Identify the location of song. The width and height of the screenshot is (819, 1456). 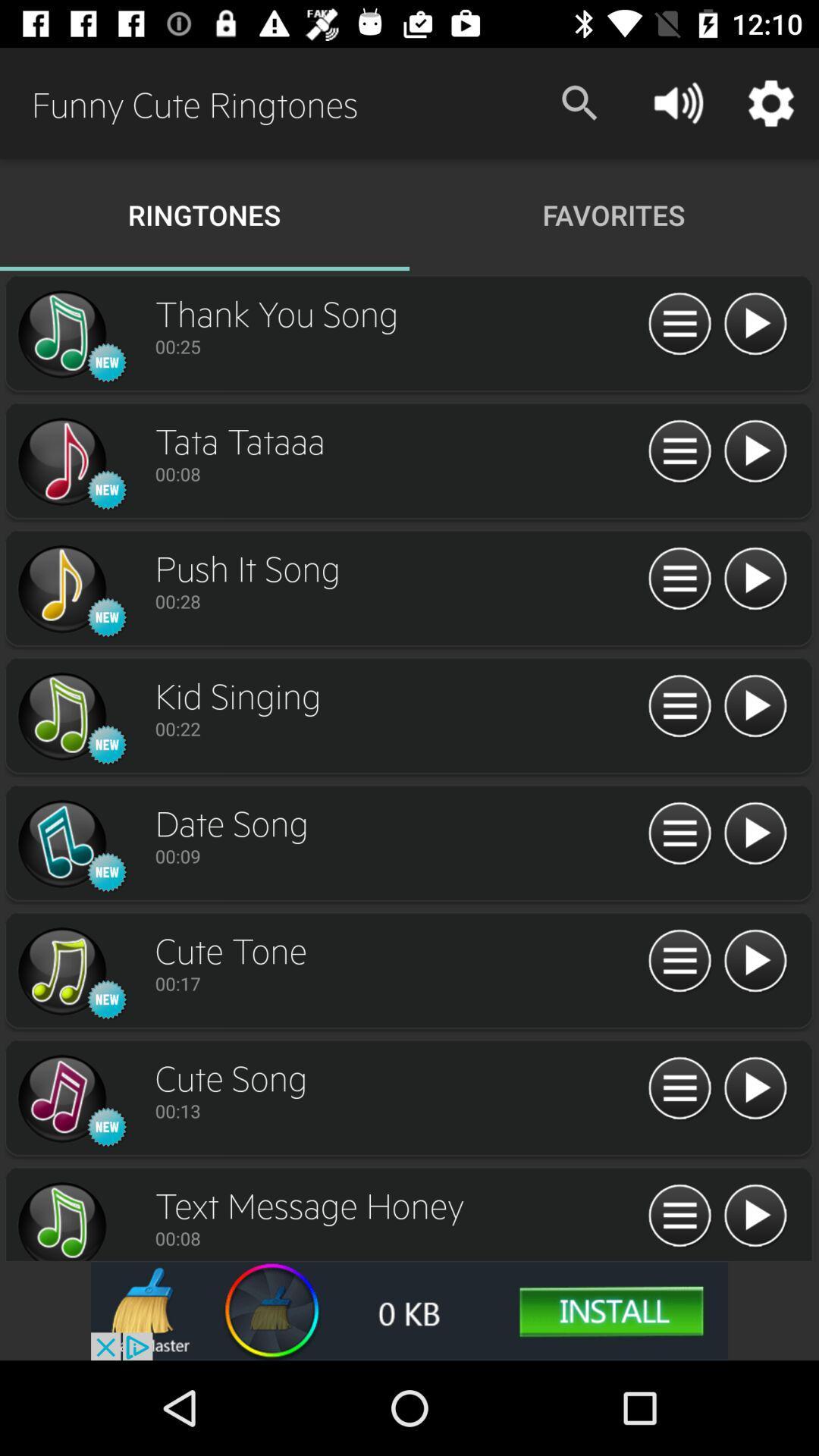
(755, 706).